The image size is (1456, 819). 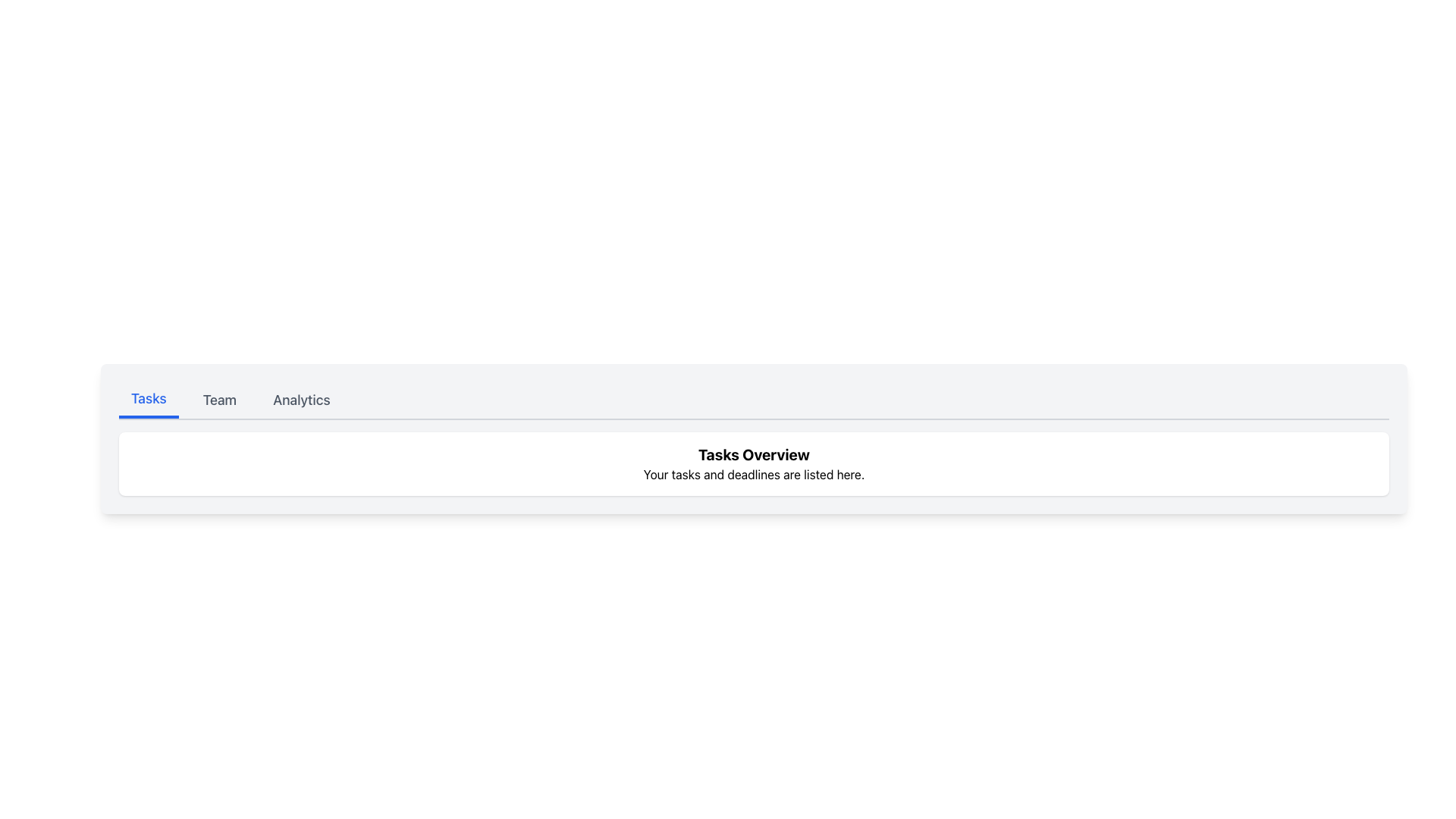 I want to click on the static text located below the heading 'Tasks Overview' that provides context about the tasks and deadlines section, so click(x=754, y=473).